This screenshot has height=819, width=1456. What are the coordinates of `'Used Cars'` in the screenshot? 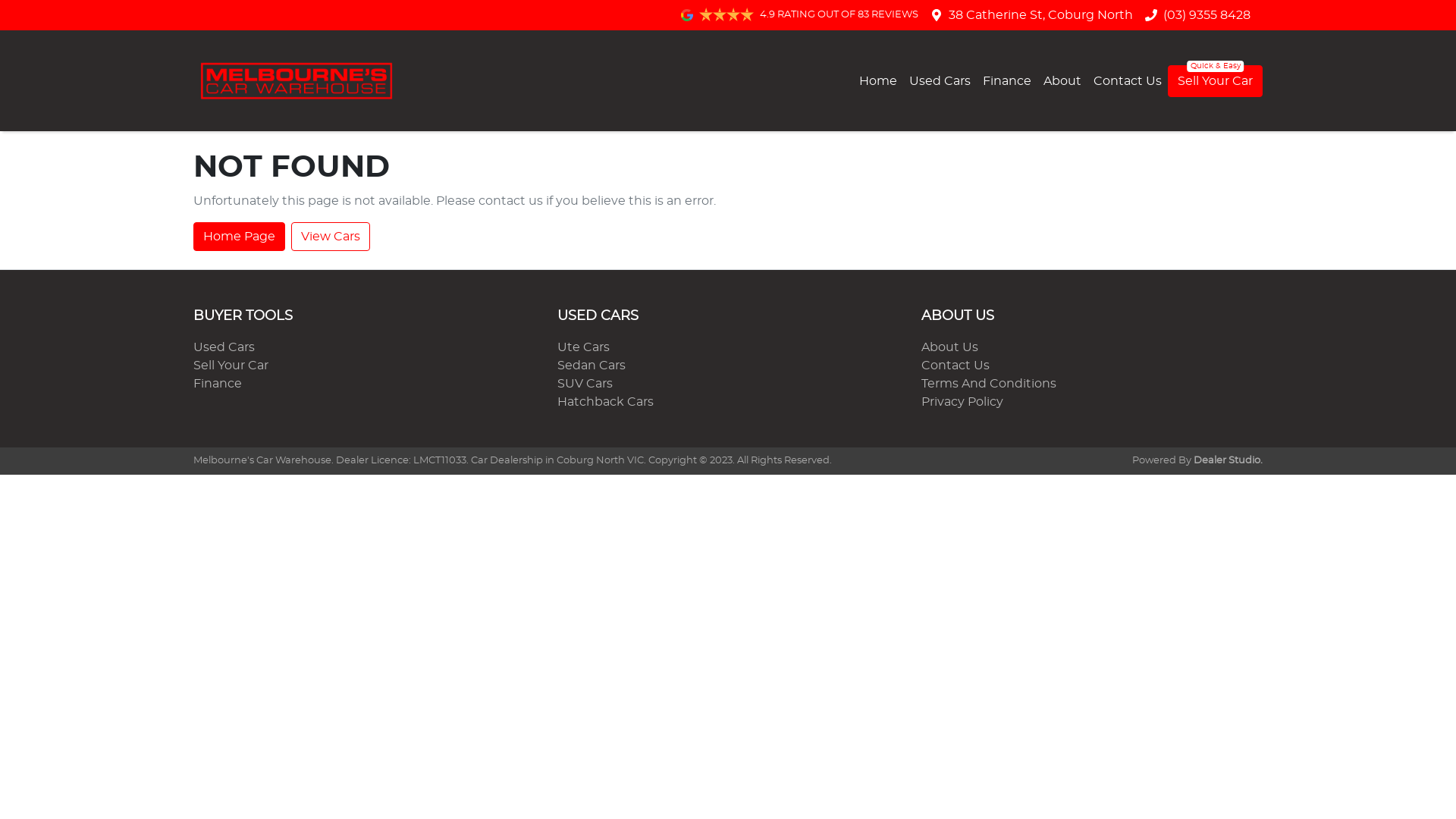 It's located at (223, 347).